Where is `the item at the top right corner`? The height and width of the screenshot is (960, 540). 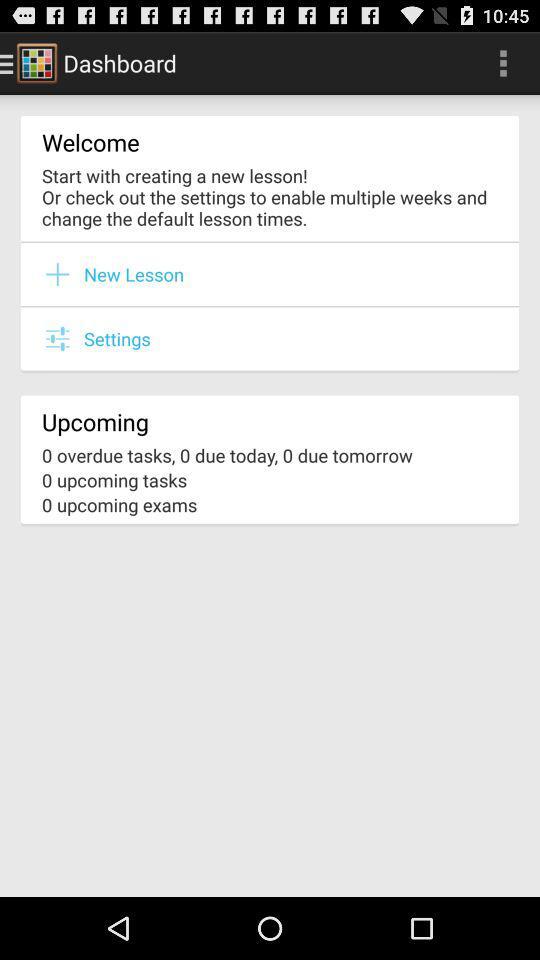
the item at the top right corner is located at coordinates (502, 62).